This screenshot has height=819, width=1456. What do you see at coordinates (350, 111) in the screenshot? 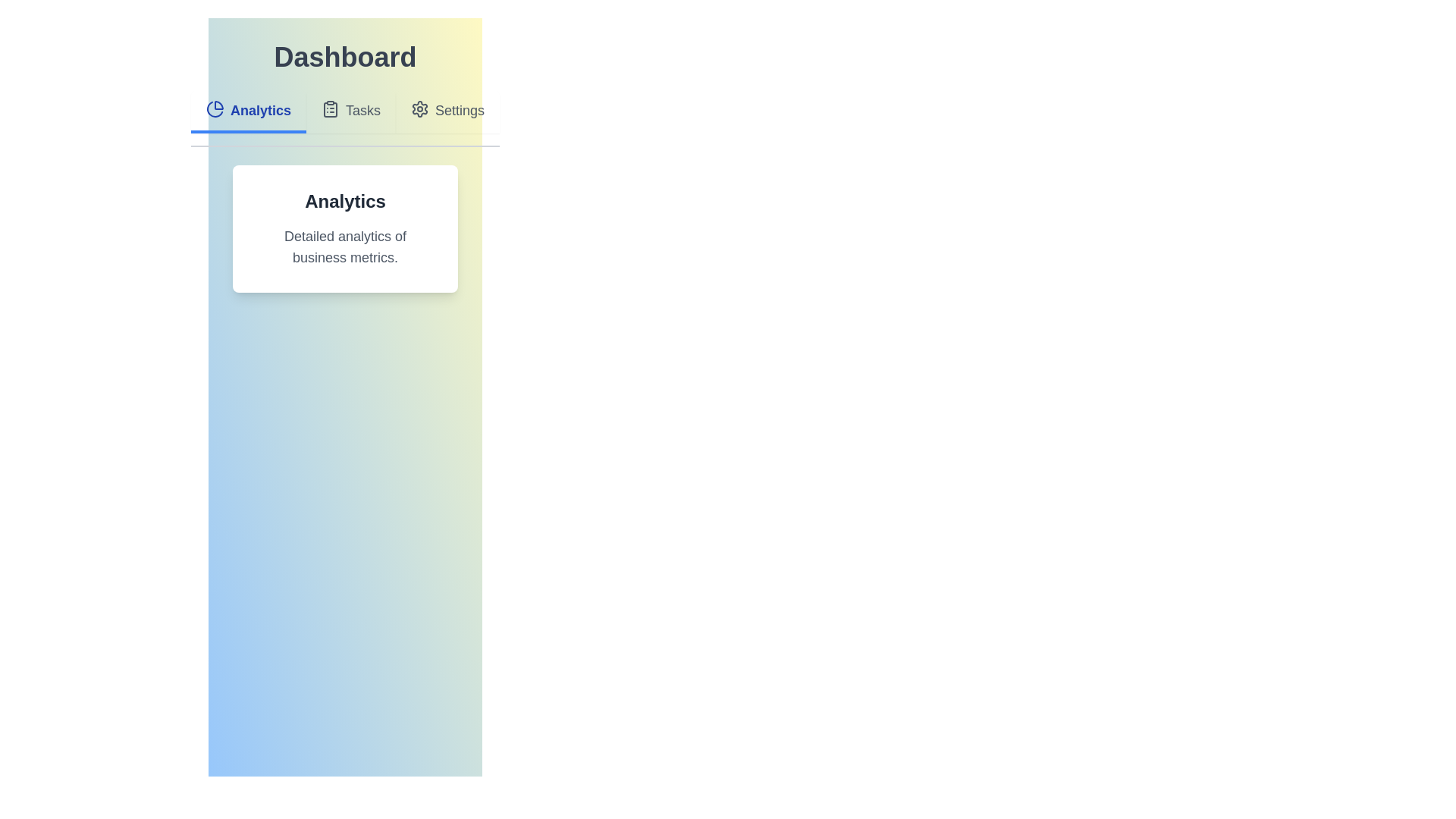
I see `the Tasks tab to observe its hover effect` at bounding box center [350, 111].